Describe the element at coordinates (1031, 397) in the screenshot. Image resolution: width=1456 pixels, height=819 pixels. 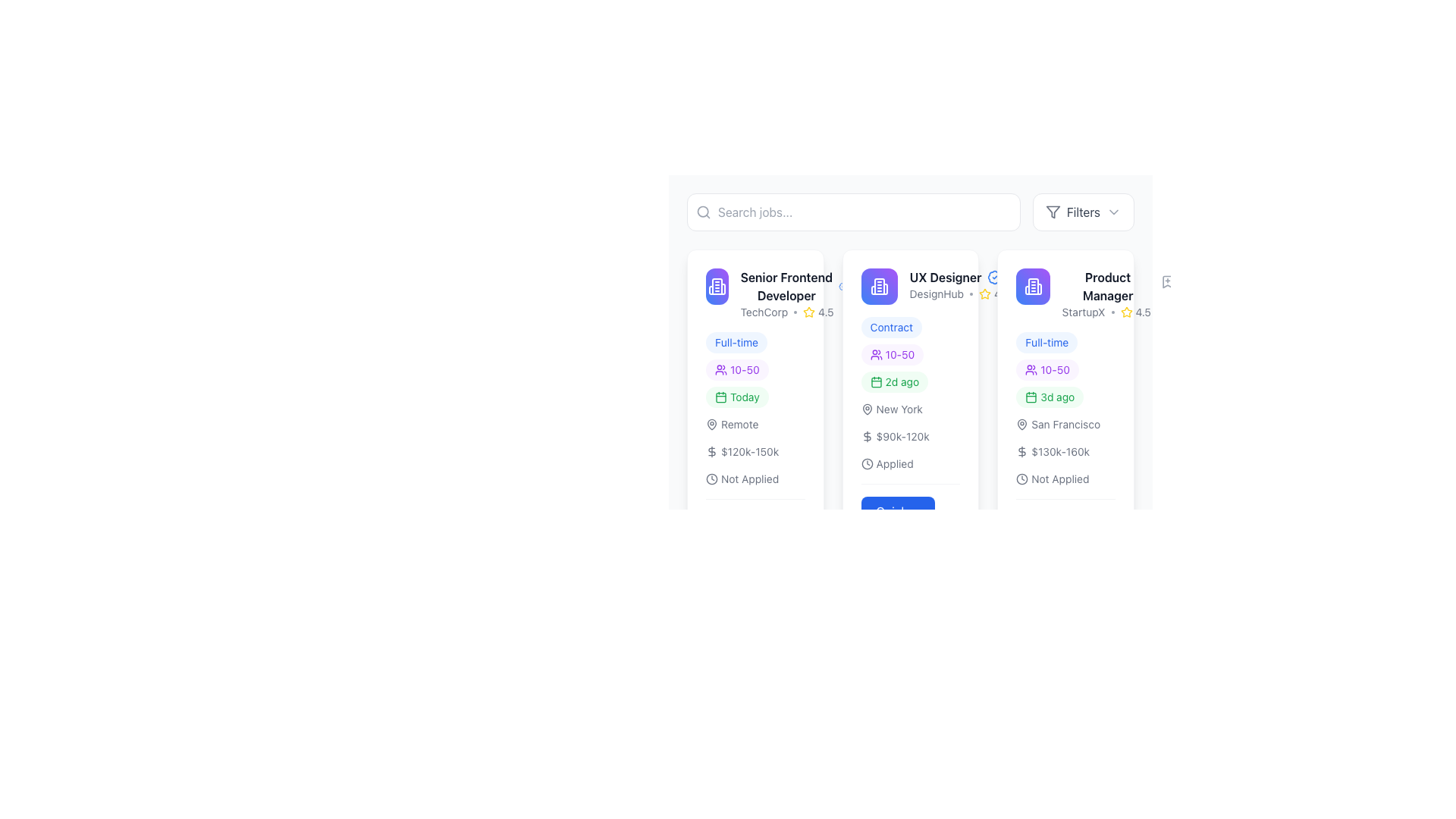
I see `the green calendar icon located in the third job posting card below the 'Product Manager' job title` at that location.